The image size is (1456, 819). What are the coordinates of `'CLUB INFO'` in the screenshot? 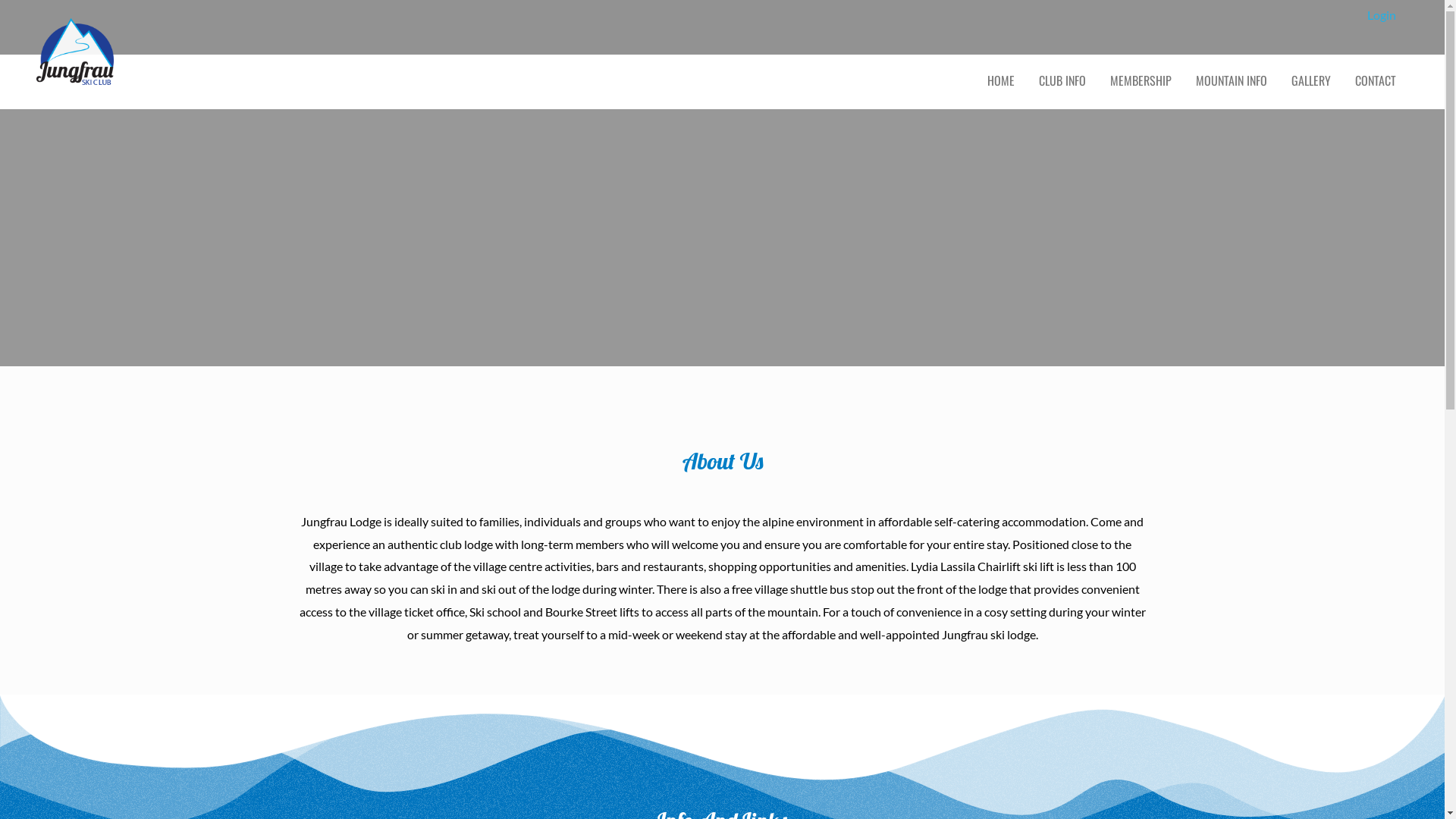 It's located at (1062, 80).